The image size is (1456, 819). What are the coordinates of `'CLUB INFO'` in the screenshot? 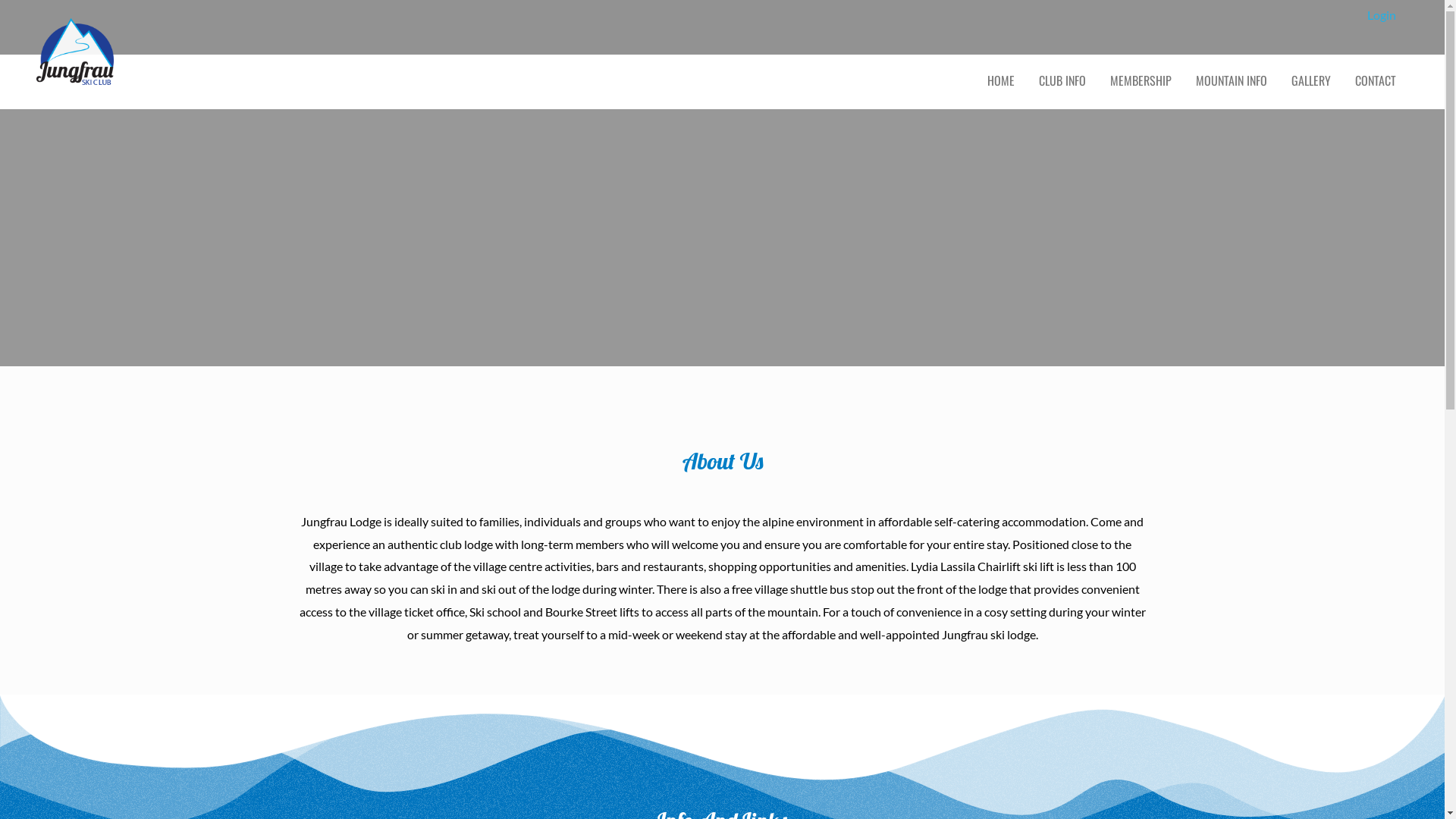 It's located at (1062, 80).